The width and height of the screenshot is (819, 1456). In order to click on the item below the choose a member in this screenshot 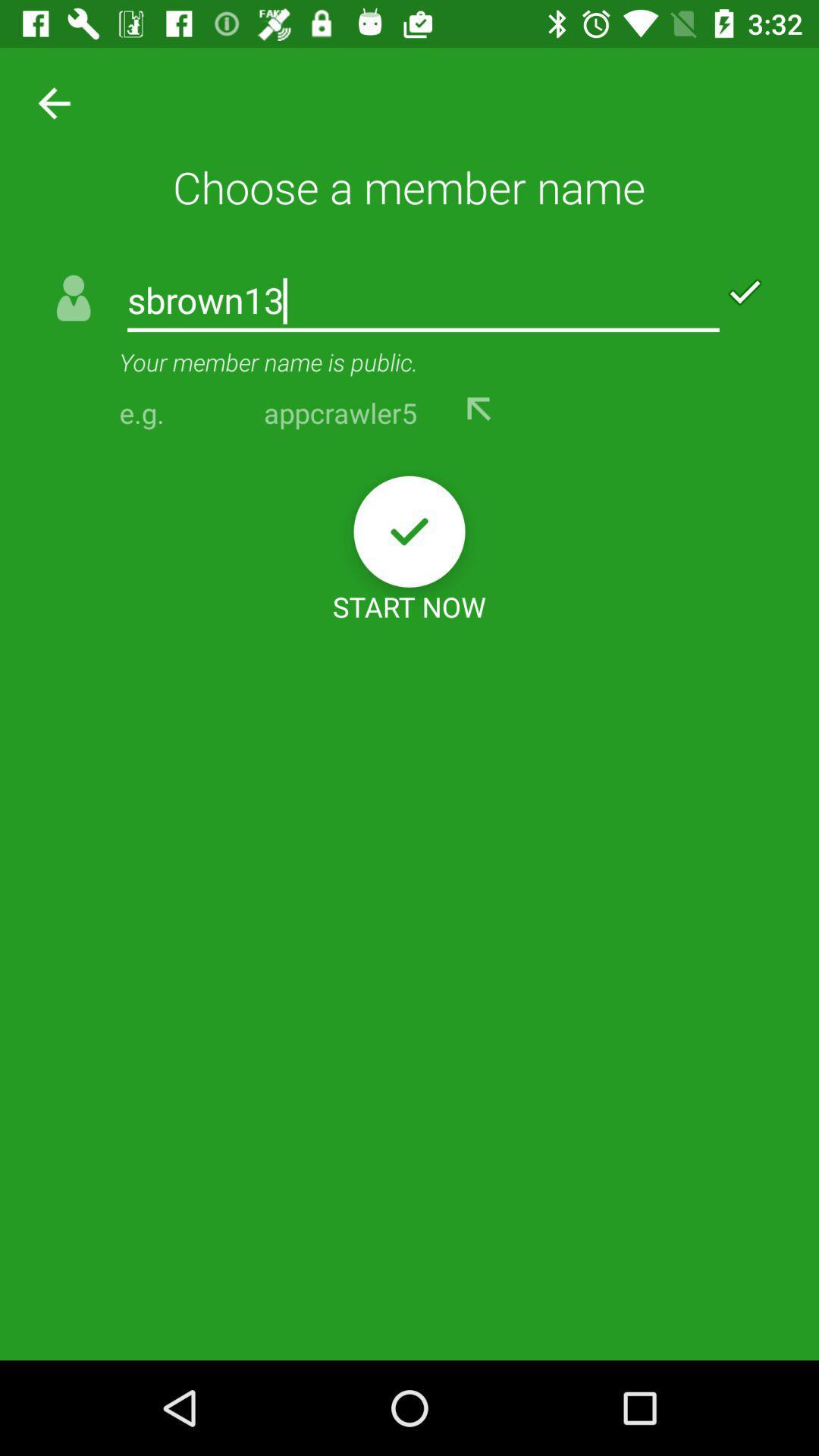, I will do `click(423, 302)`.